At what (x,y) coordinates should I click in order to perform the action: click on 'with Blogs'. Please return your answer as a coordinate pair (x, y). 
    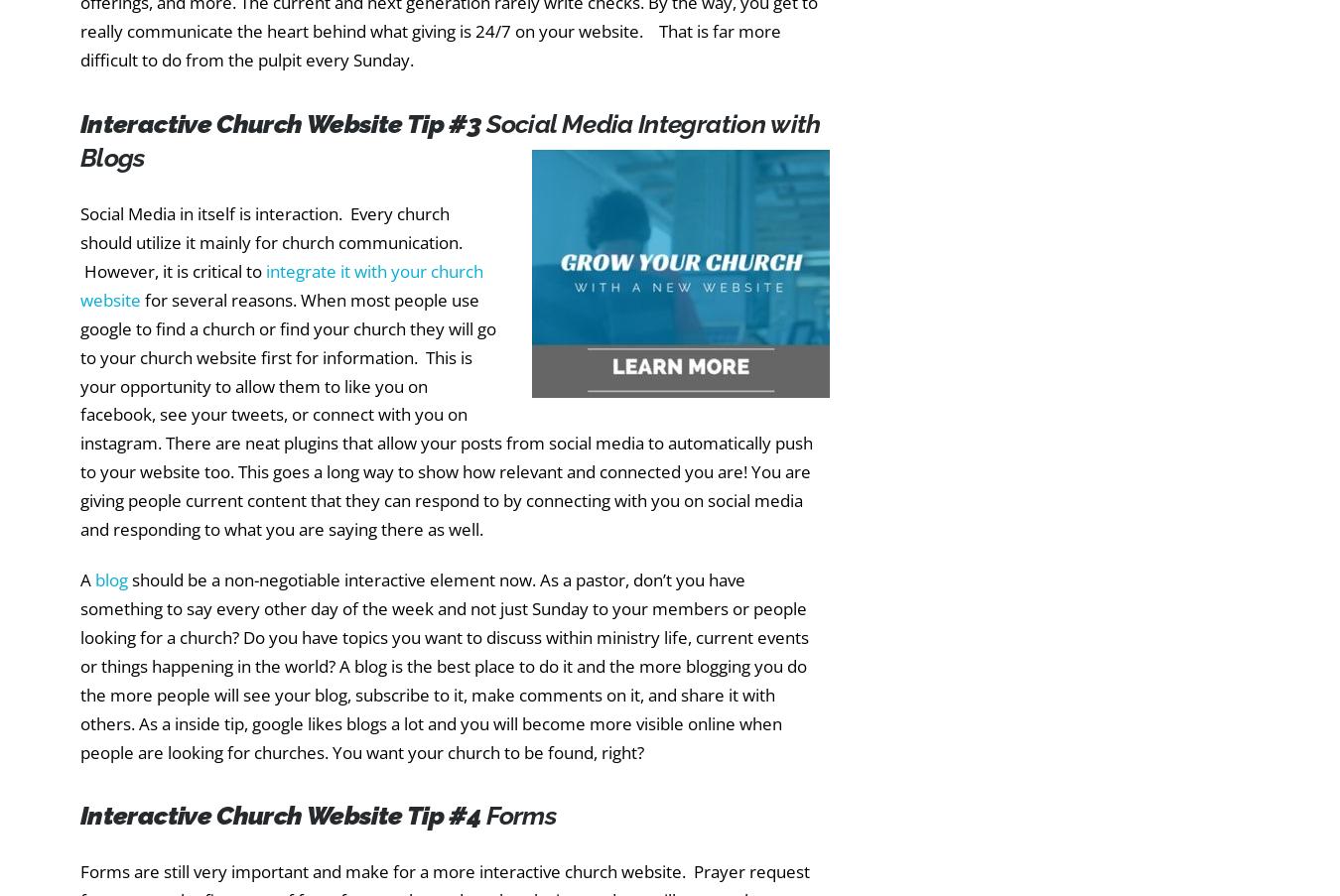
    Looking at the image, I should click on (79, 139).